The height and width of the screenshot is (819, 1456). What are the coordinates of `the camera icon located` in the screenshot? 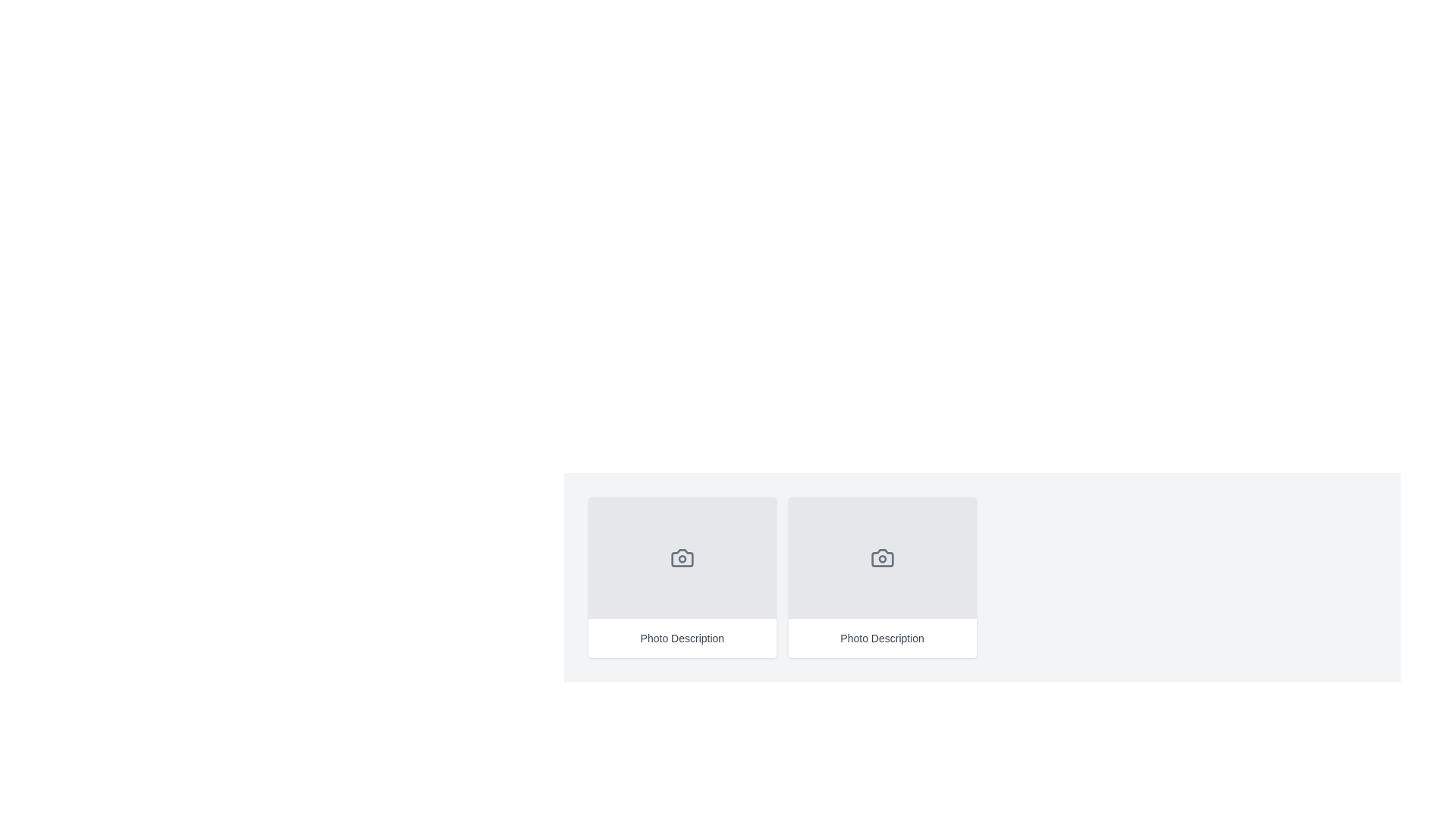 It's located at (882, 558).